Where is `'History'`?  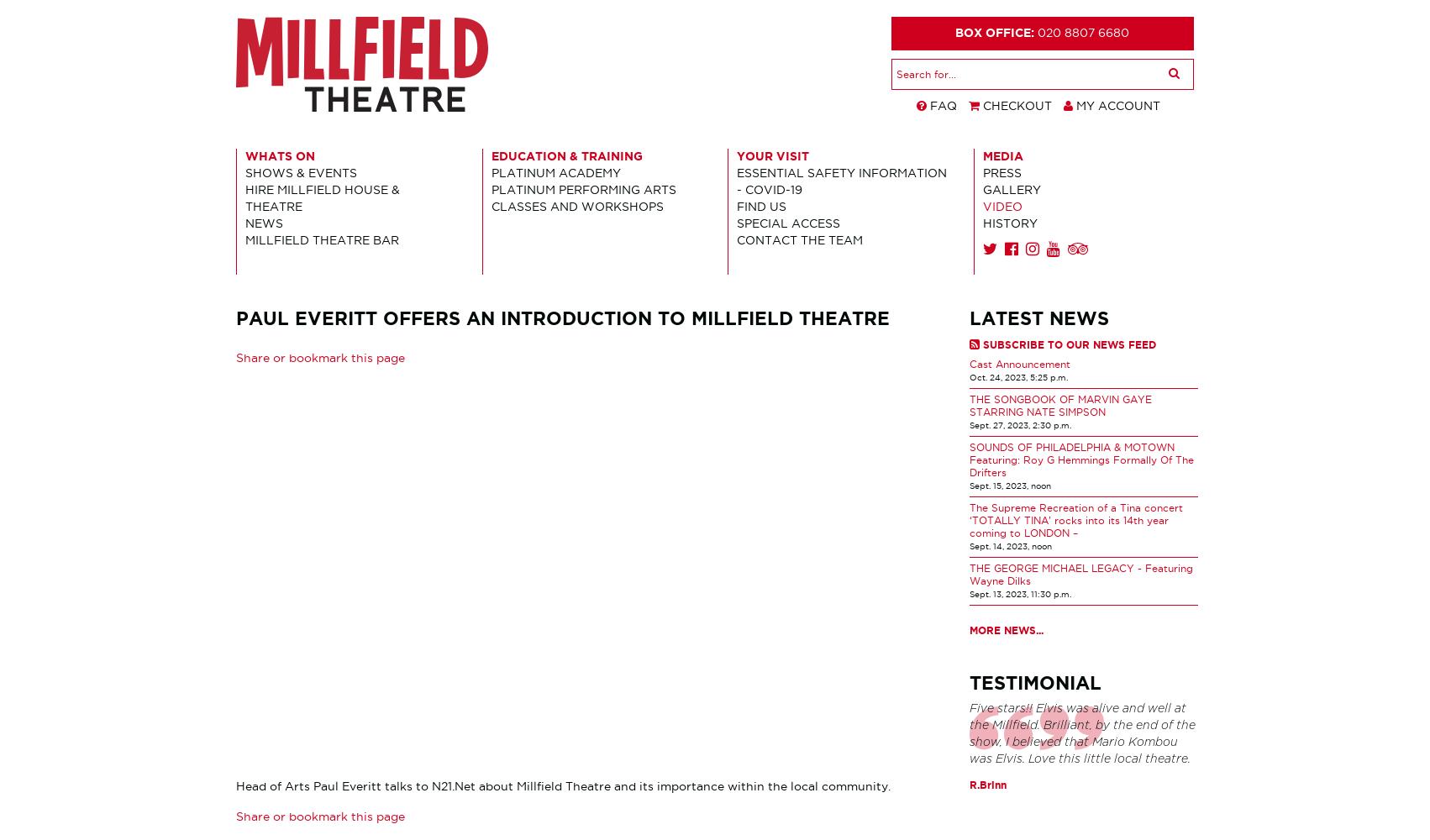
'History' is located at coordinates (1009, 223).